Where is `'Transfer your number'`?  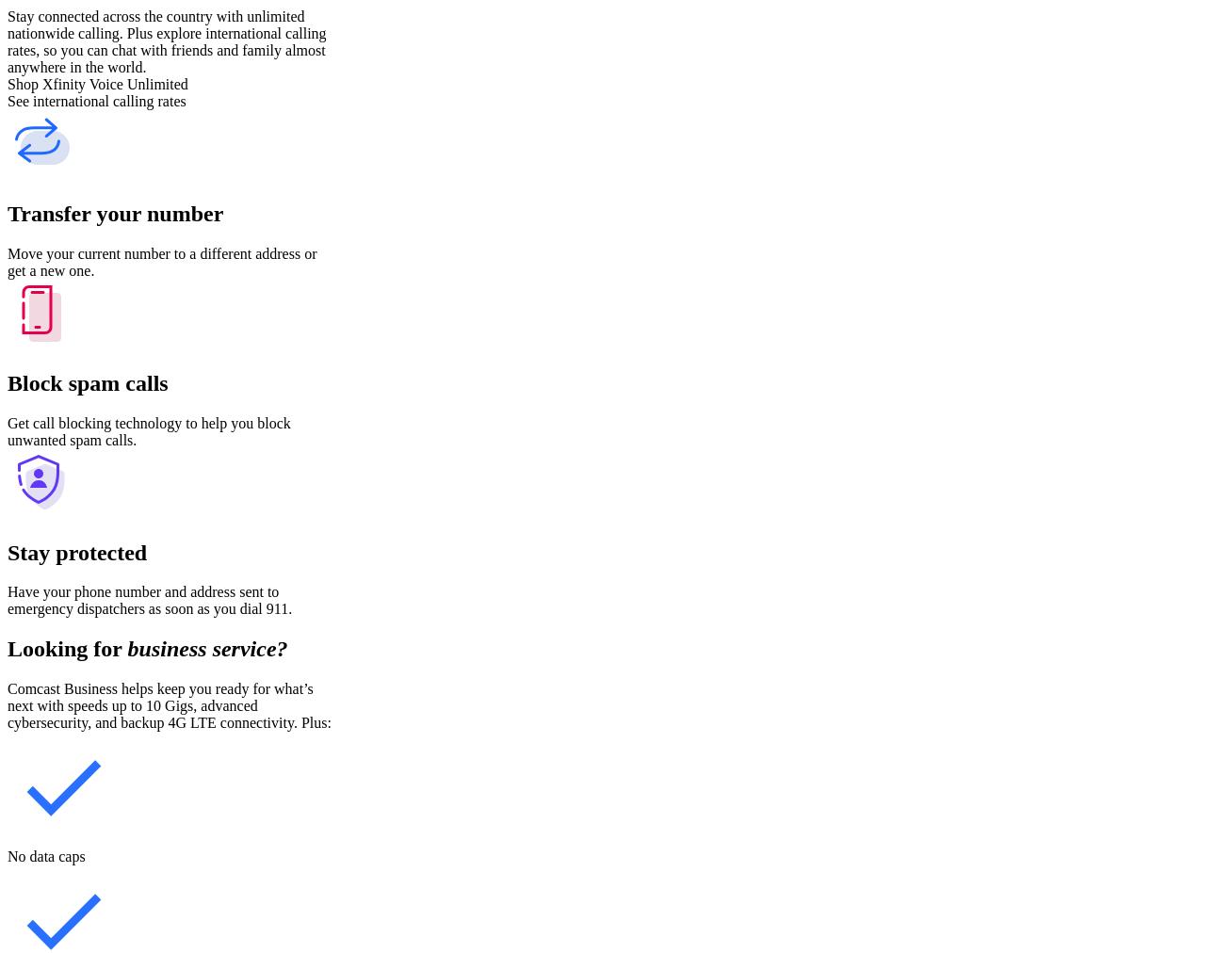 'Transfer your number' is located at coordinates (114, 212).